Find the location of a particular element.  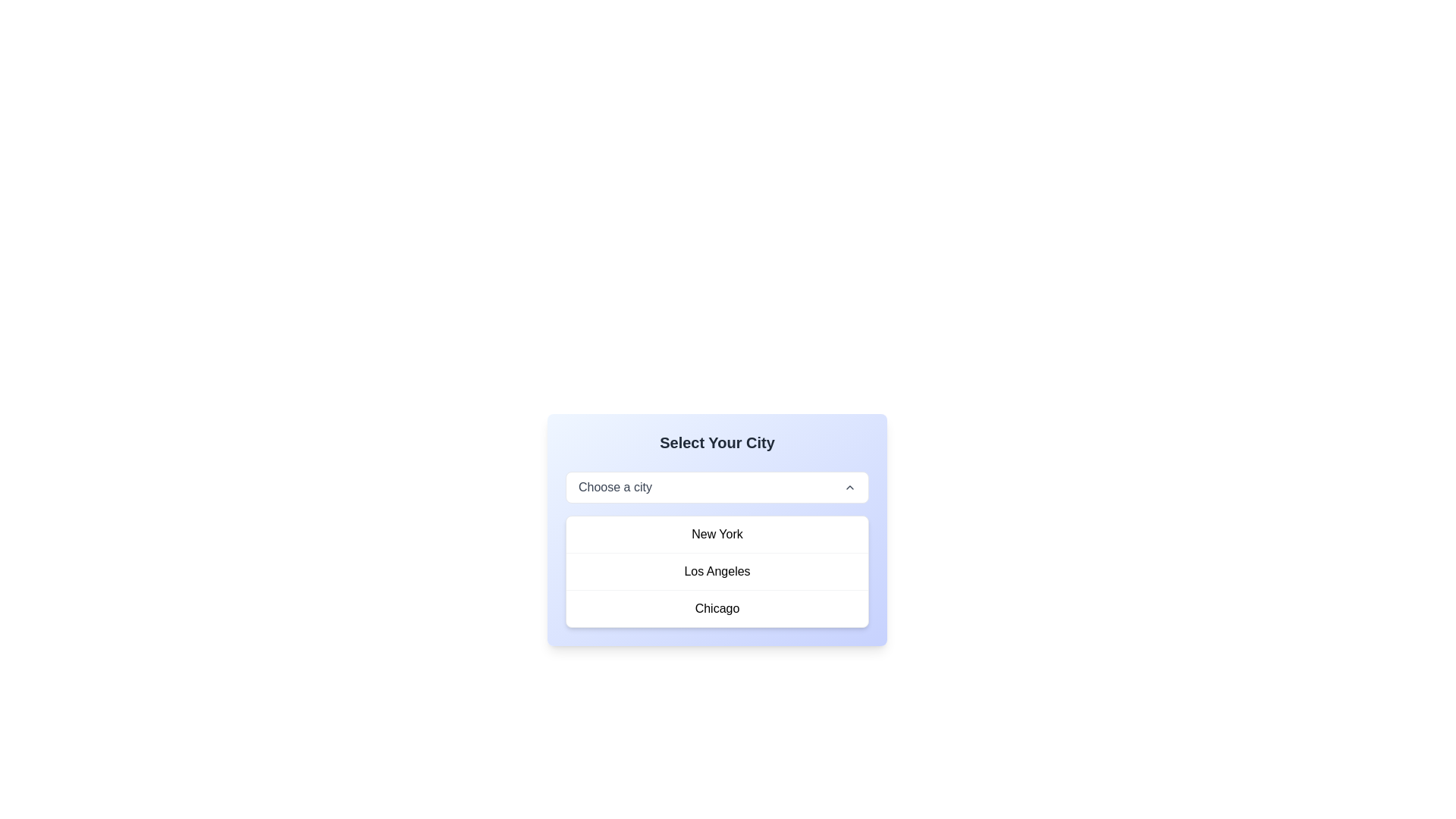

the selectable city option 'Los Angeles' in the dropdown menu is located at coordinates (716, 570).